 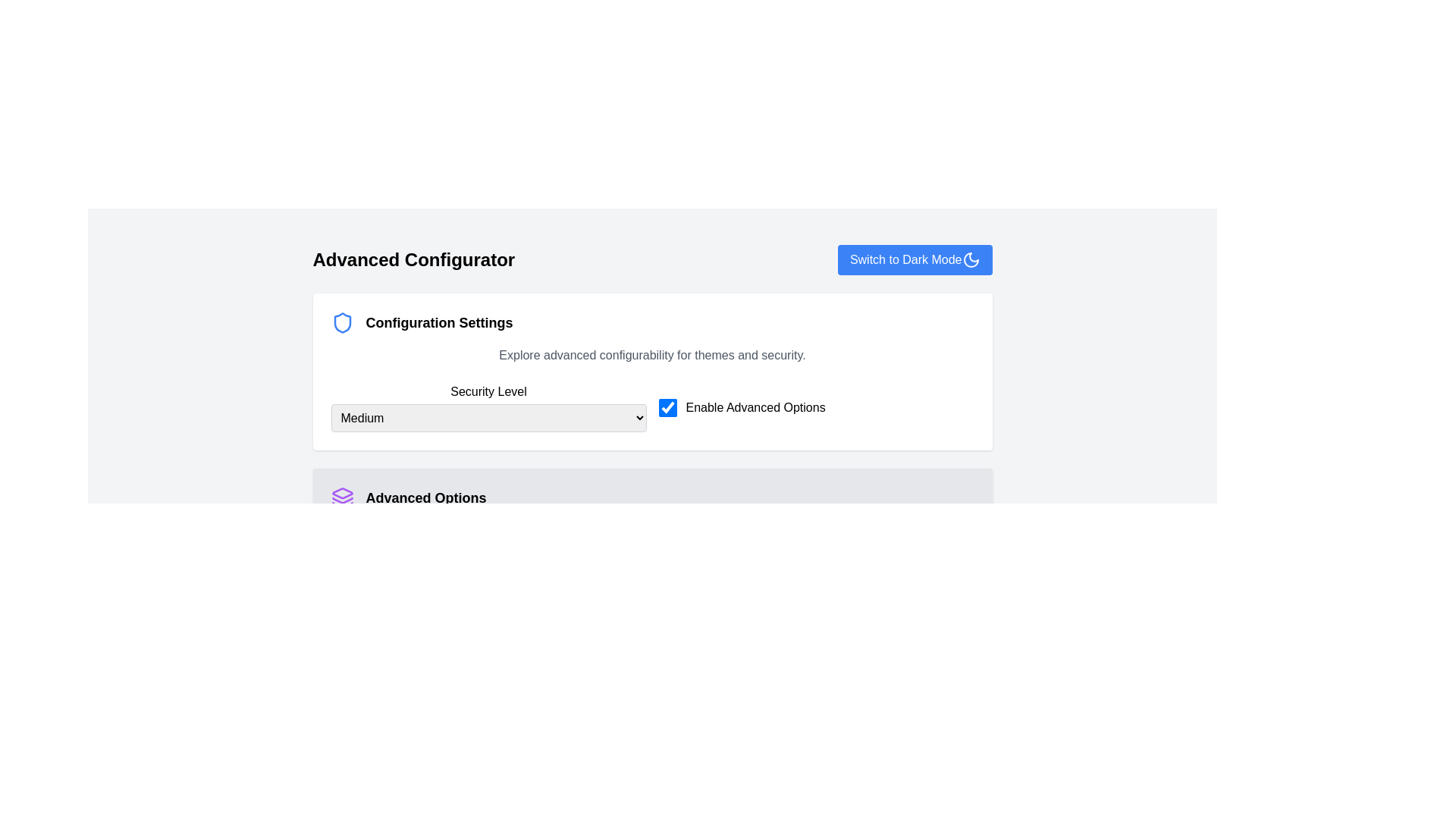 What do you see at coordinates (488, 418) in the screenshot?
I see `an option from the dropdown menu styled with a border and rounded corners, located under the 'Security Level' label, currently showing 'Medium' as the selected option` at bounding box center [488, 418].